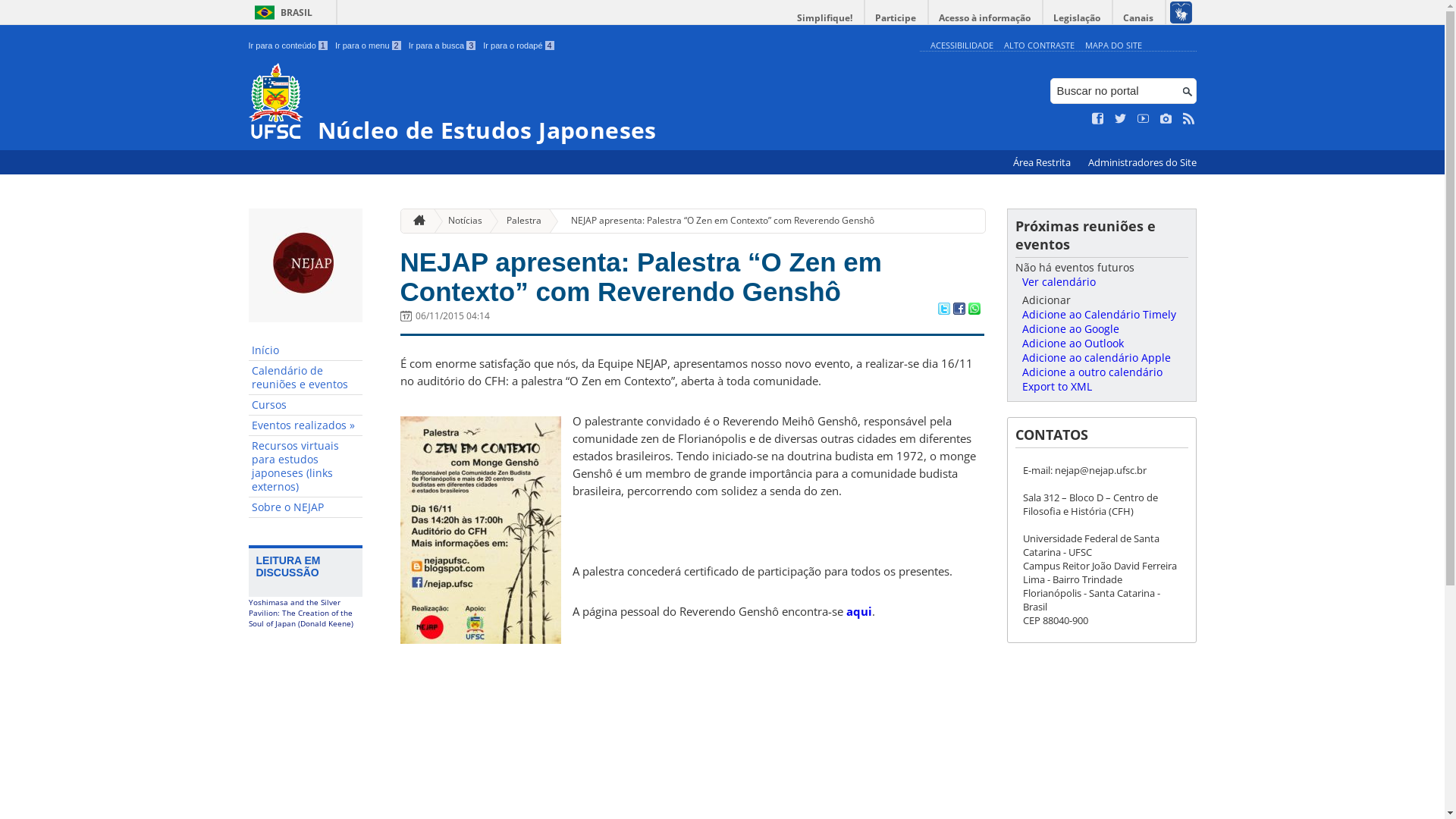 The width and height of the screenshot is (1456, 819). What do you see at coordinates (864, 17) in the screenshot?
I see `'Participe'` at bounding box center [864, 17].